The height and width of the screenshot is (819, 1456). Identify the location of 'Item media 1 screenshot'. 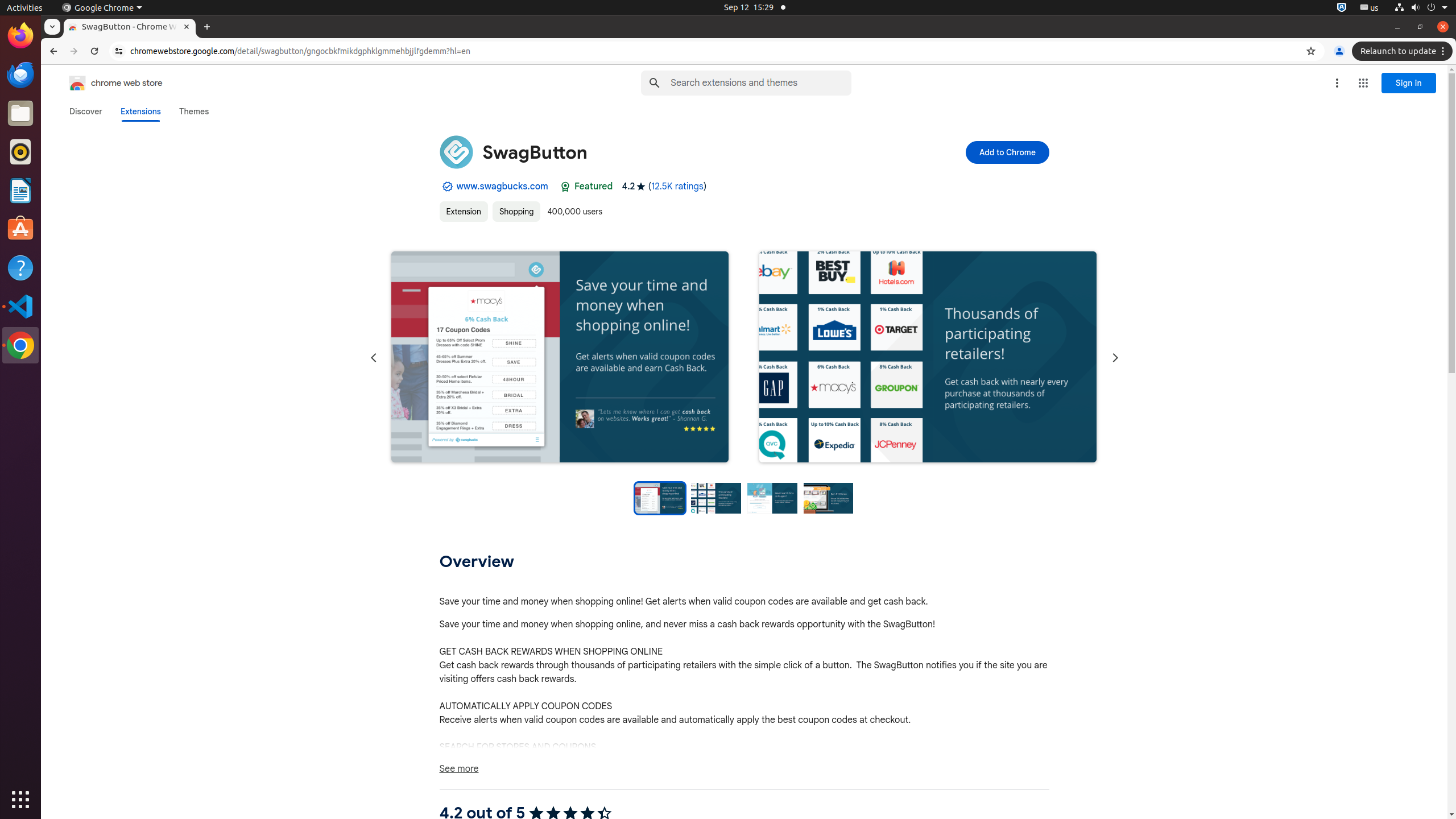
(560, 357).